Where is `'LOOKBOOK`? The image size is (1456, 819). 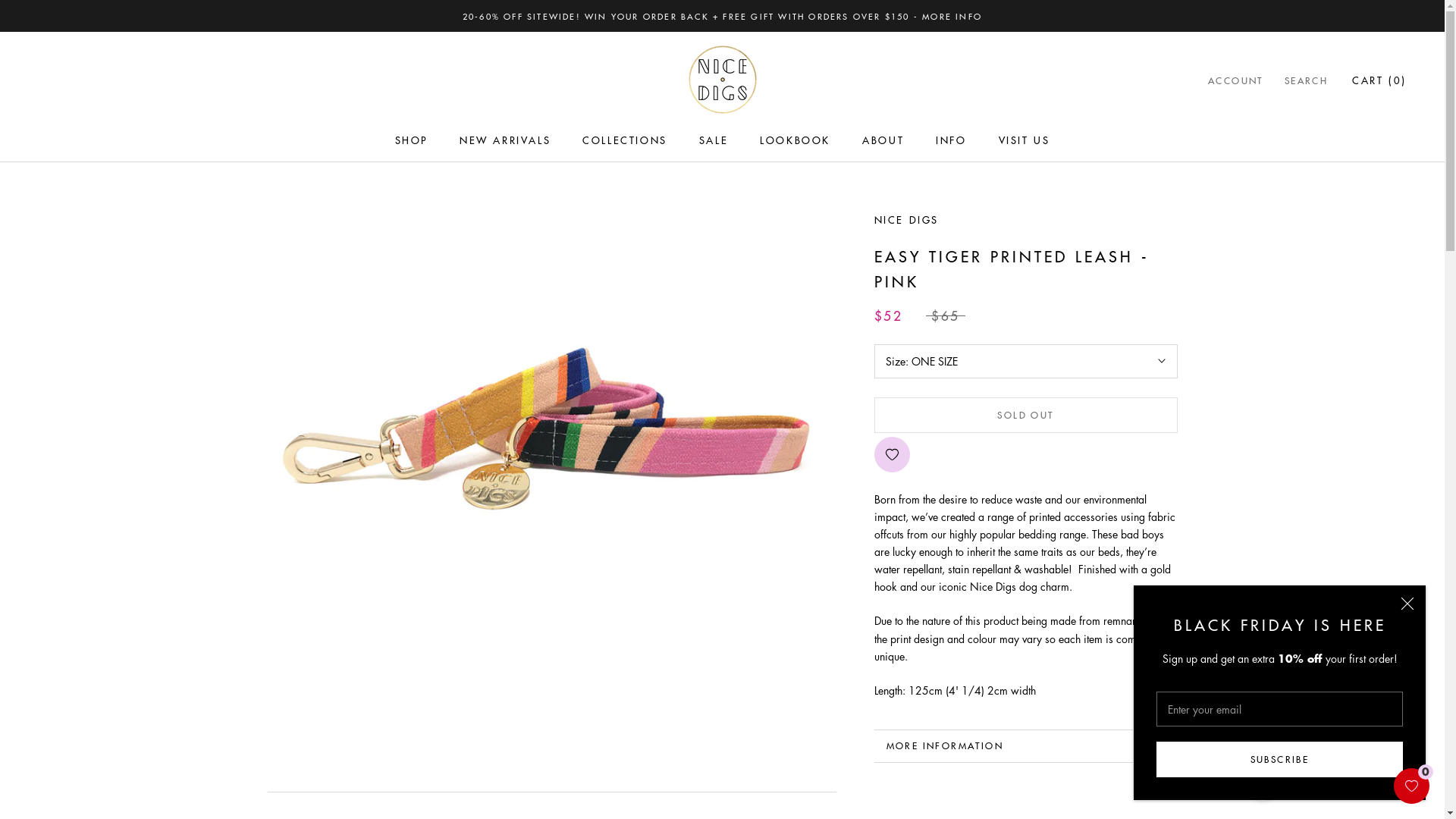
'LOOKBOOK is located at coordinates (794, 140).